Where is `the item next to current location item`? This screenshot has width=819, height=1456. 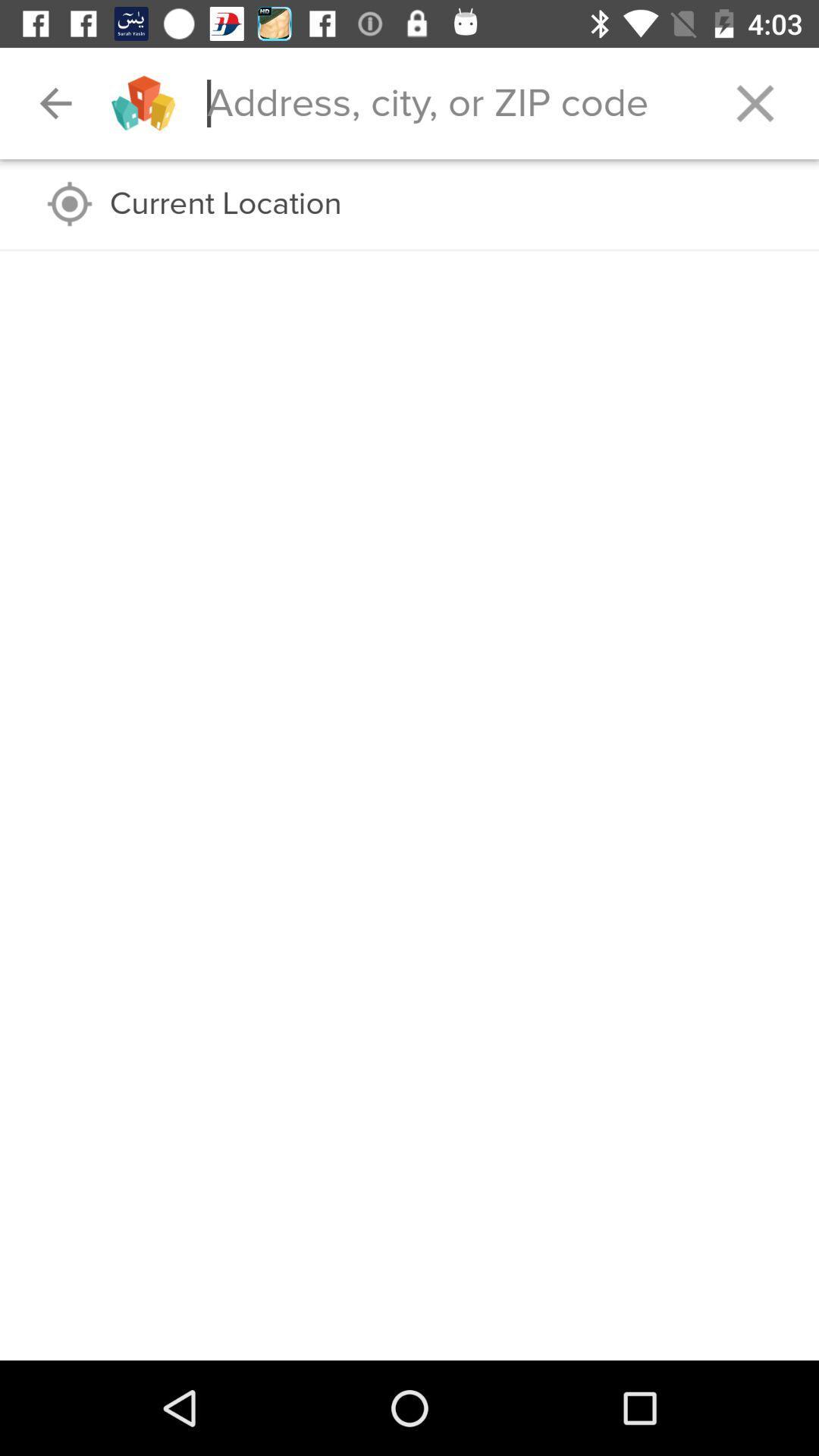 the item next to current location item is located at coordinates (70, 203).